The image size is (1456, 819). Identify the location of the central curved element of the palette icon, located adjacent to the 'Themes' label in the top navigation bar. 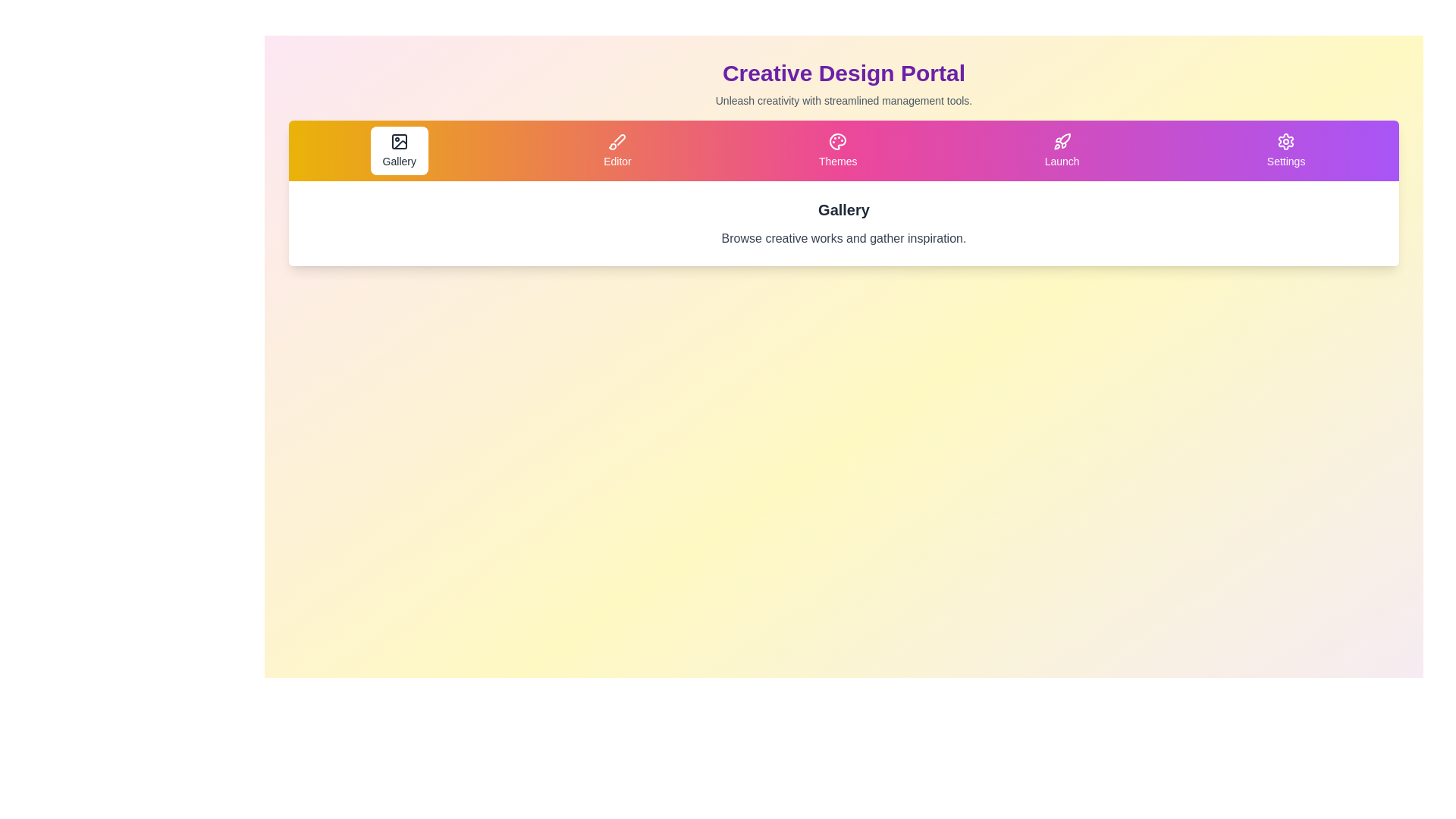
(837, 141).